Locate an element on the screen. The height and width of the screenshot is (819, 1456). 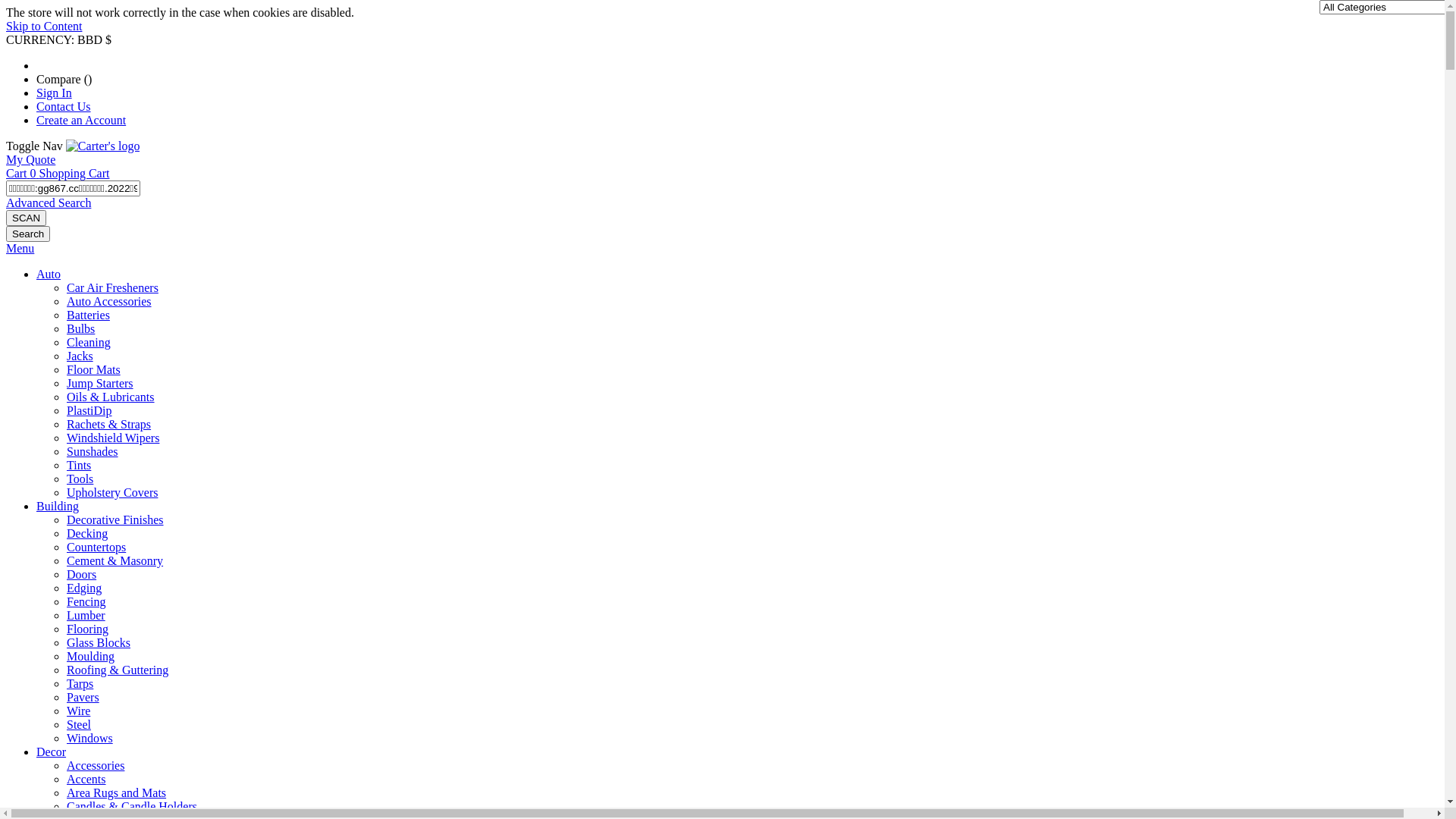
'Shopping Cart' is located at coordinates (39, 172).